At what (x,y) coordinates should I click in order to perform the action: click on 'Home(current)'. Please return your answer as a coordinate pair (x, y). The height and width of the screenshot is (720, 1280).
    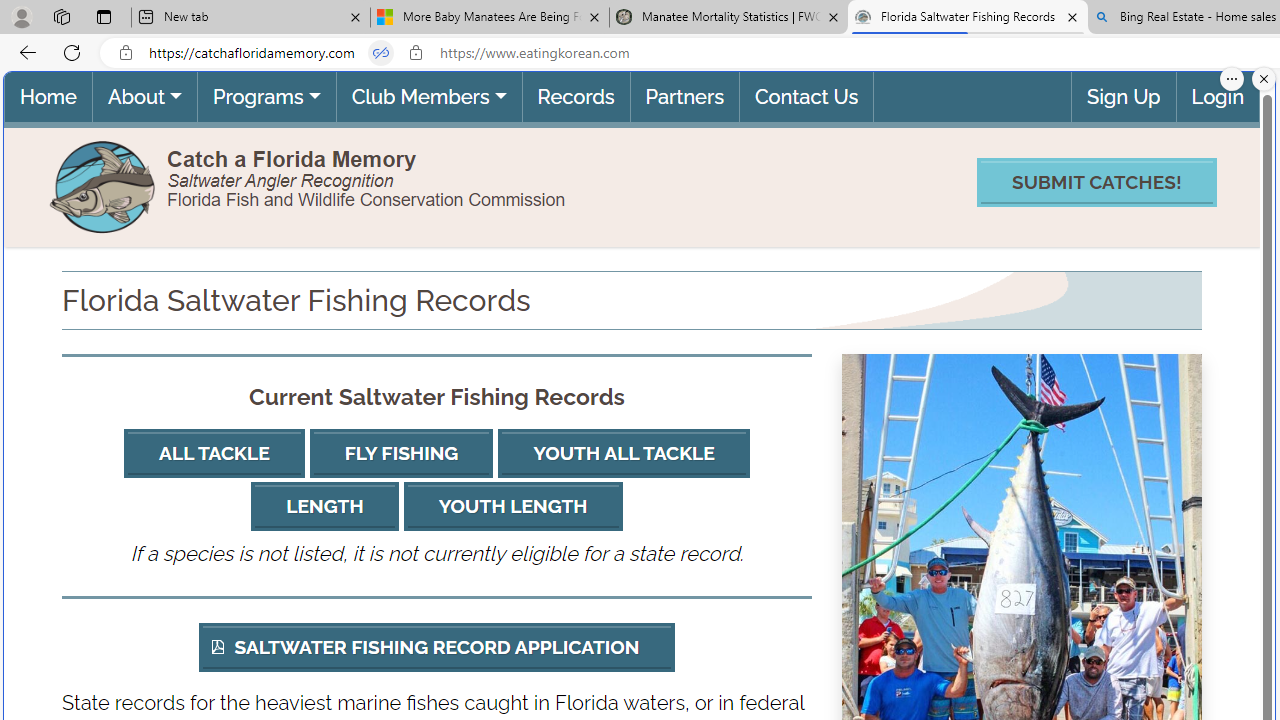
    Looking at the image, I should click on (48, 96).